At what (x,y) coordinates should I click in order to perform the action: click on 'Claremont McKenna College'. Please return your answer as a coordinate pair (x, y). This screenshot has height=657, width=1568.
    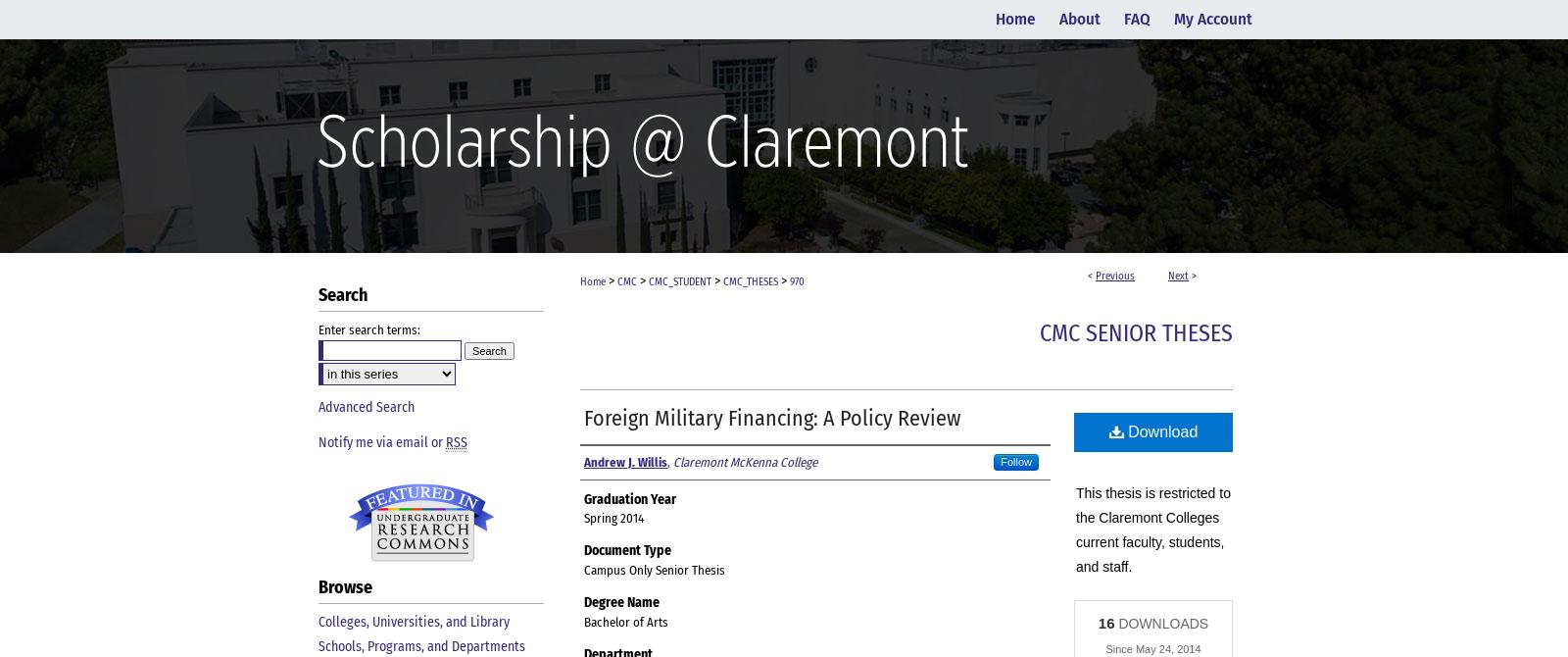
    Looking at the image, I should click on (673, 461).